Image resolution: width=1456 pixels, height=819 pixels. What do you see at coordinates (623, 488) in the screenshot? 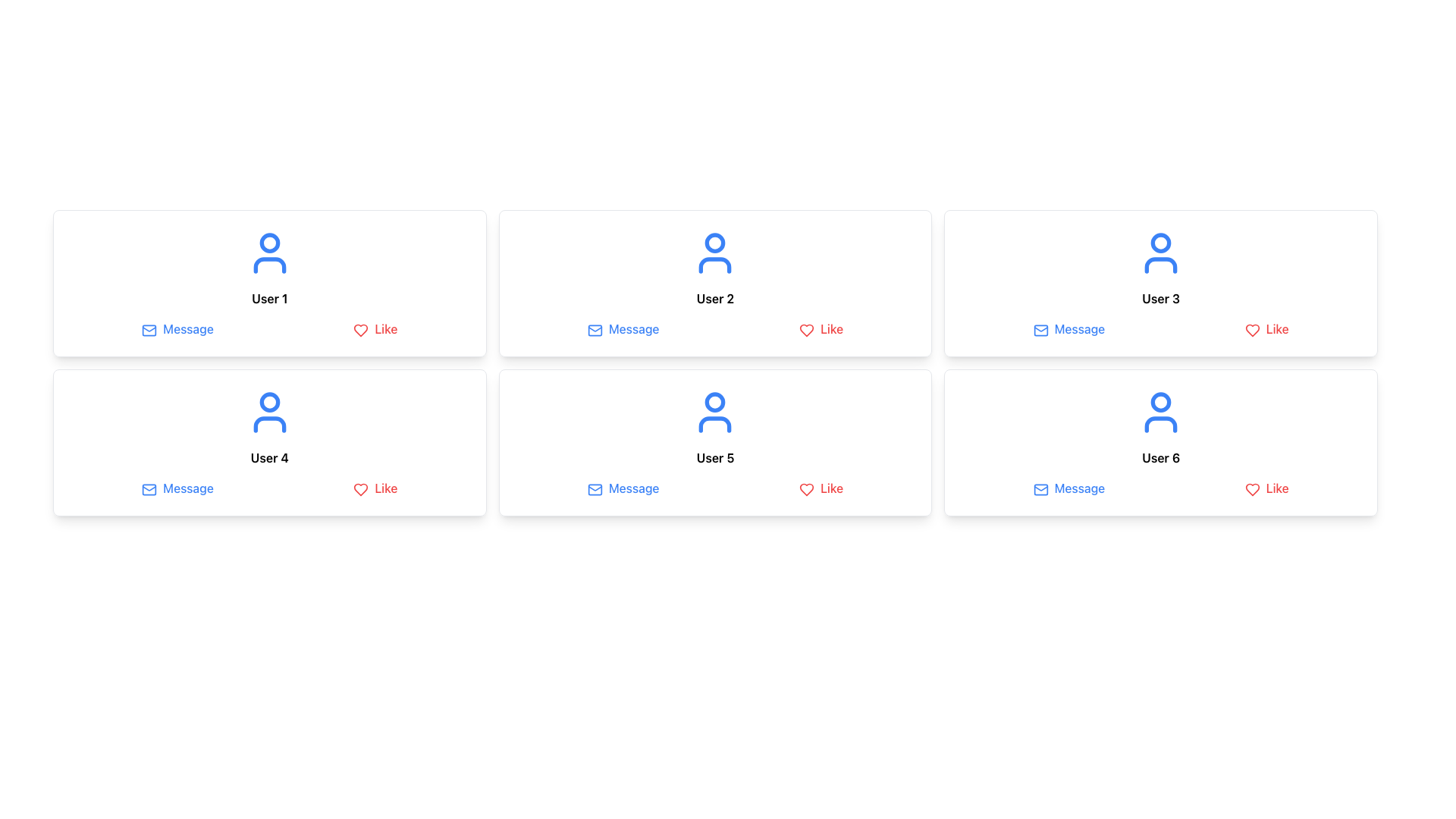
I see `the 'Message' button with an envelope icon located beneath the user profile 'User 5' to send a message` at bounding box center [623, 488].